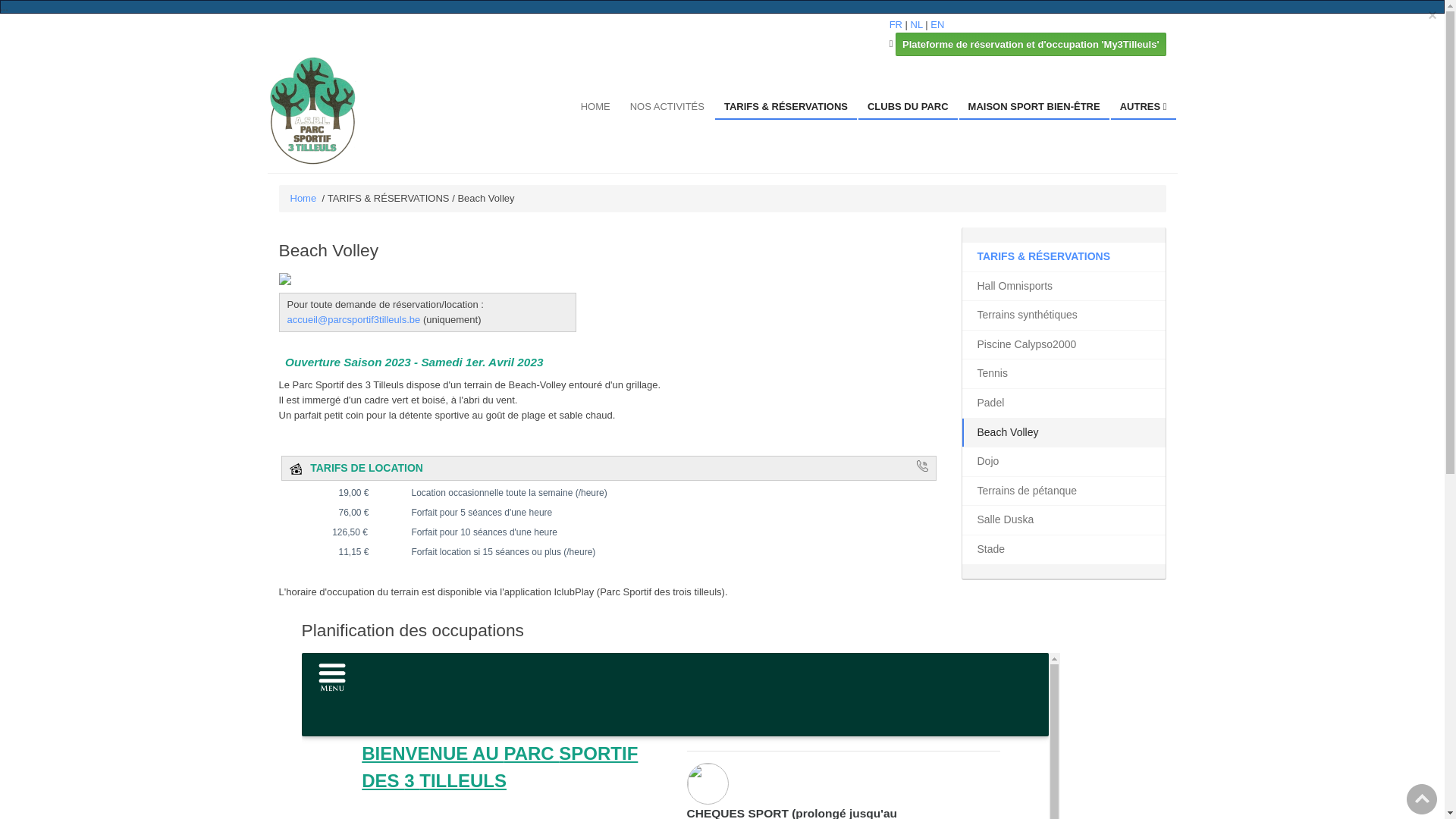  What do you see at coordinates (908, 107) in the screenshot?
I see `'CLUBS DU PARC'` at bounding box center [908, 107].